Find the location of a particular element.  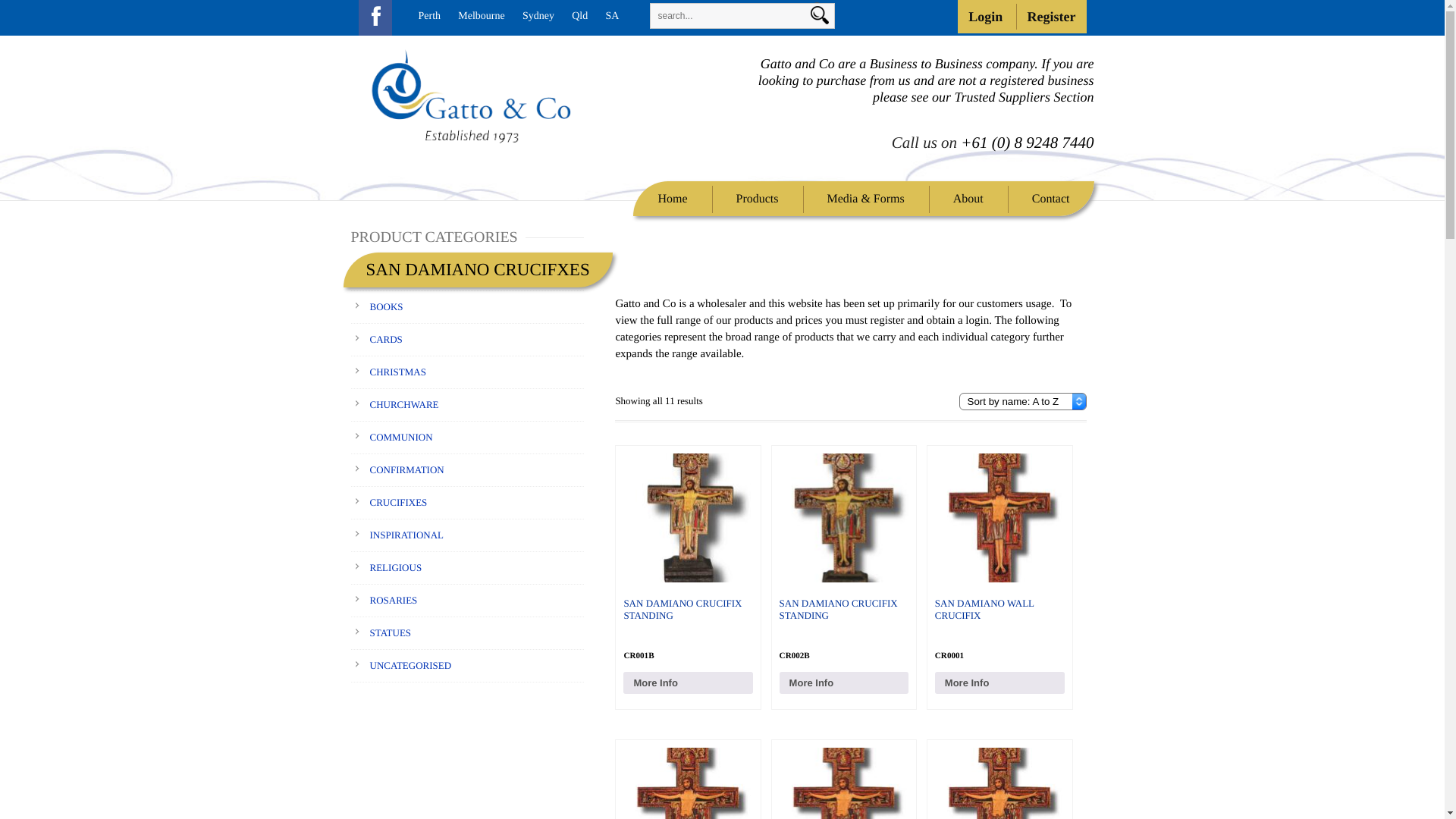

'Products' is located at coordinates (723, 198).